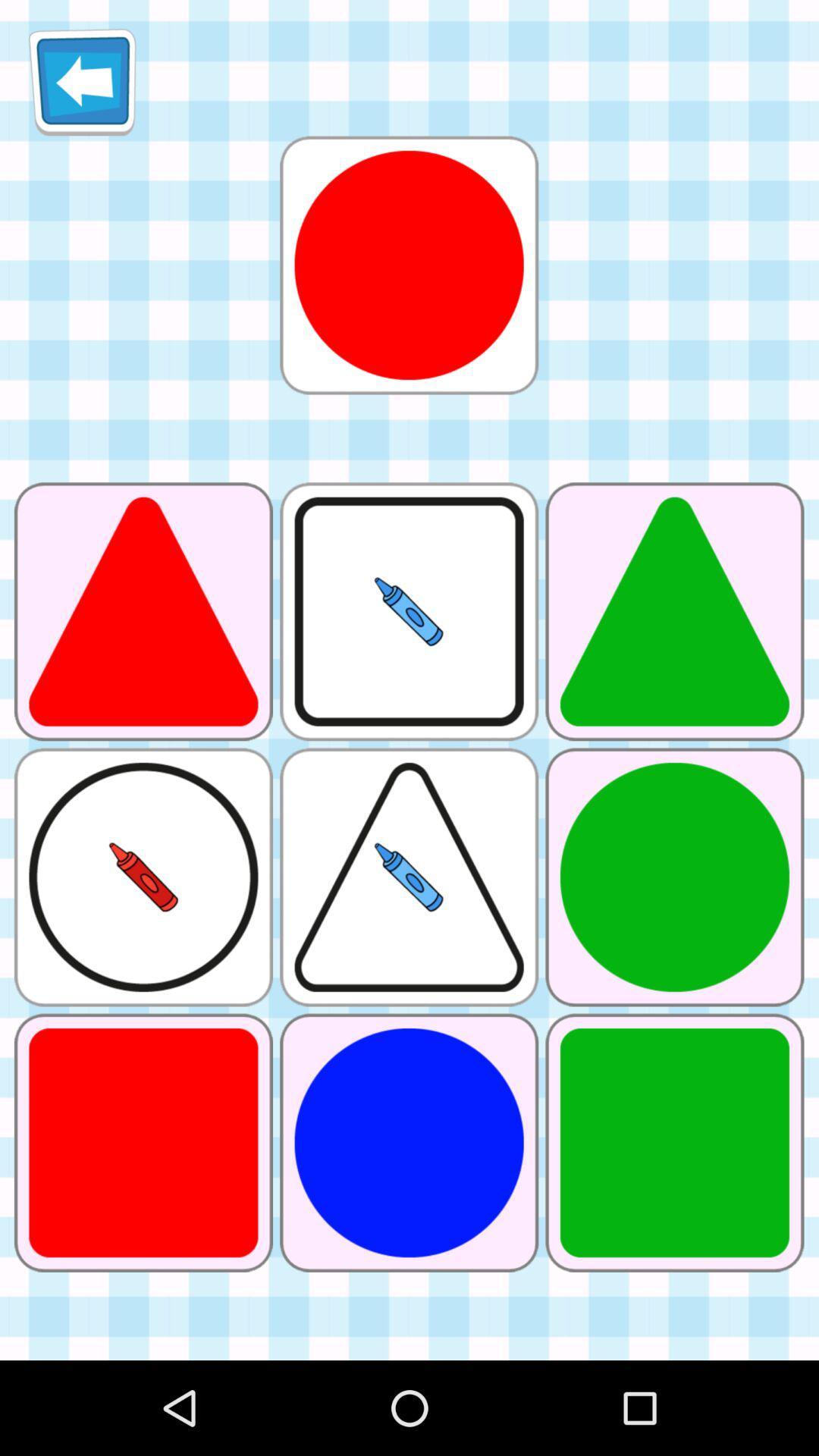 This screenshot has width=819, height=1456. I want to click on item at the top left corner, so click(82, 81).